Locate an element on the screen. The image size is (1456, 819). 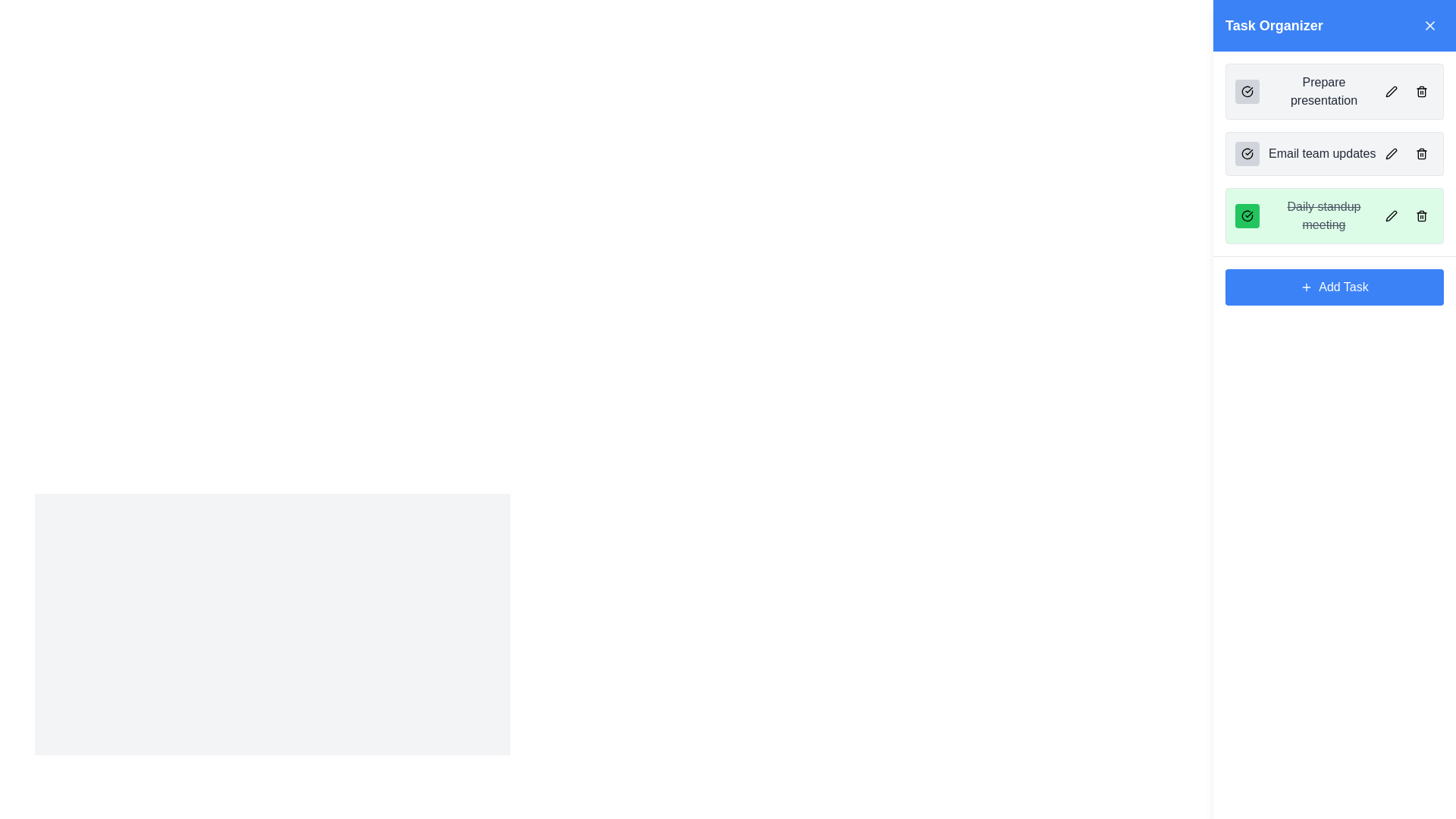
the third completed task item in the Task Organizer, which has a green background and line-through text, located between 'Email team updates' and 'Add Task' is located at coordinates (1335, 216).